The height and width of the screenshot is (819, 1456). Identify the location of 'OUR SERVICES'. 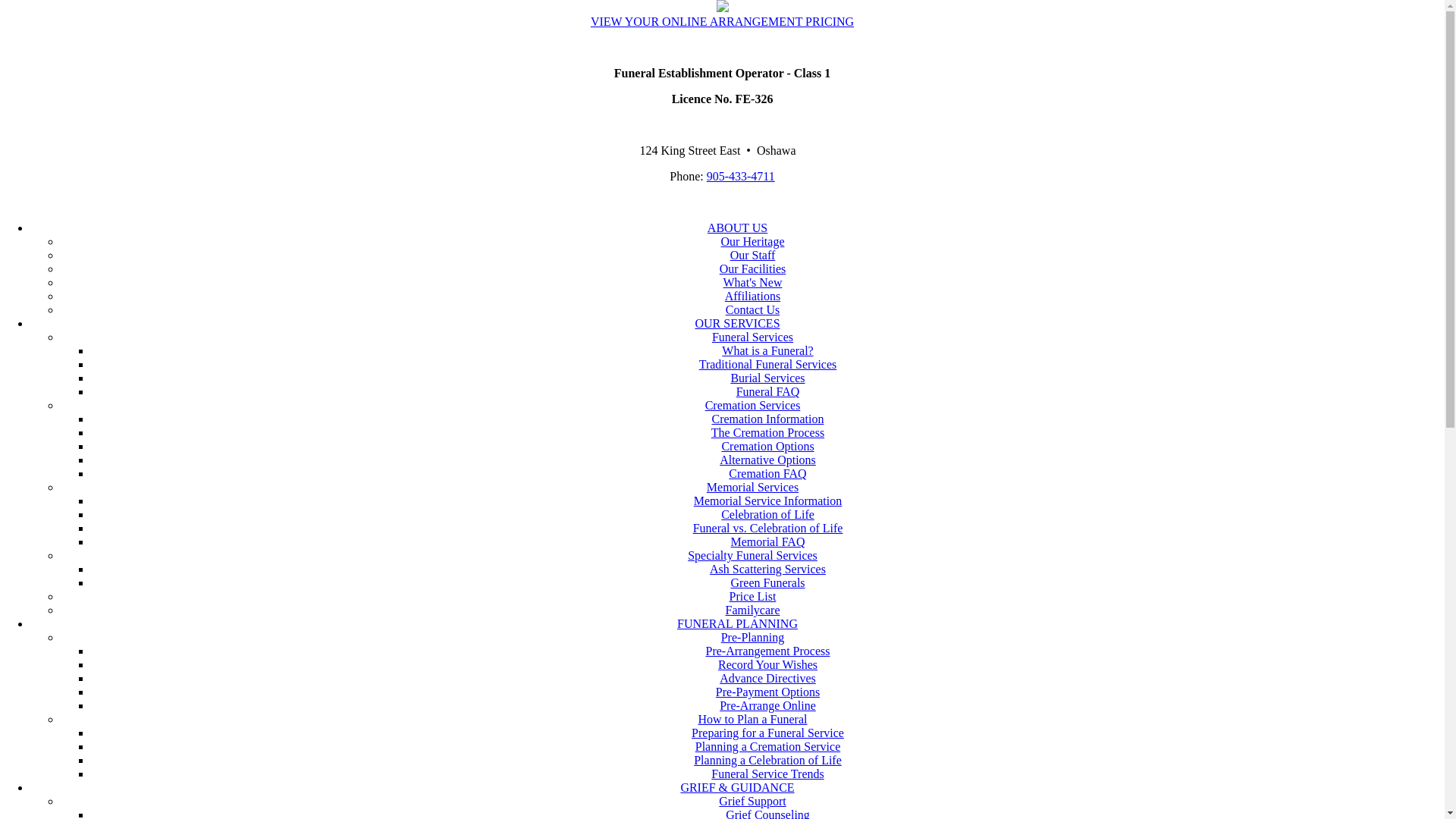
(736, 322).